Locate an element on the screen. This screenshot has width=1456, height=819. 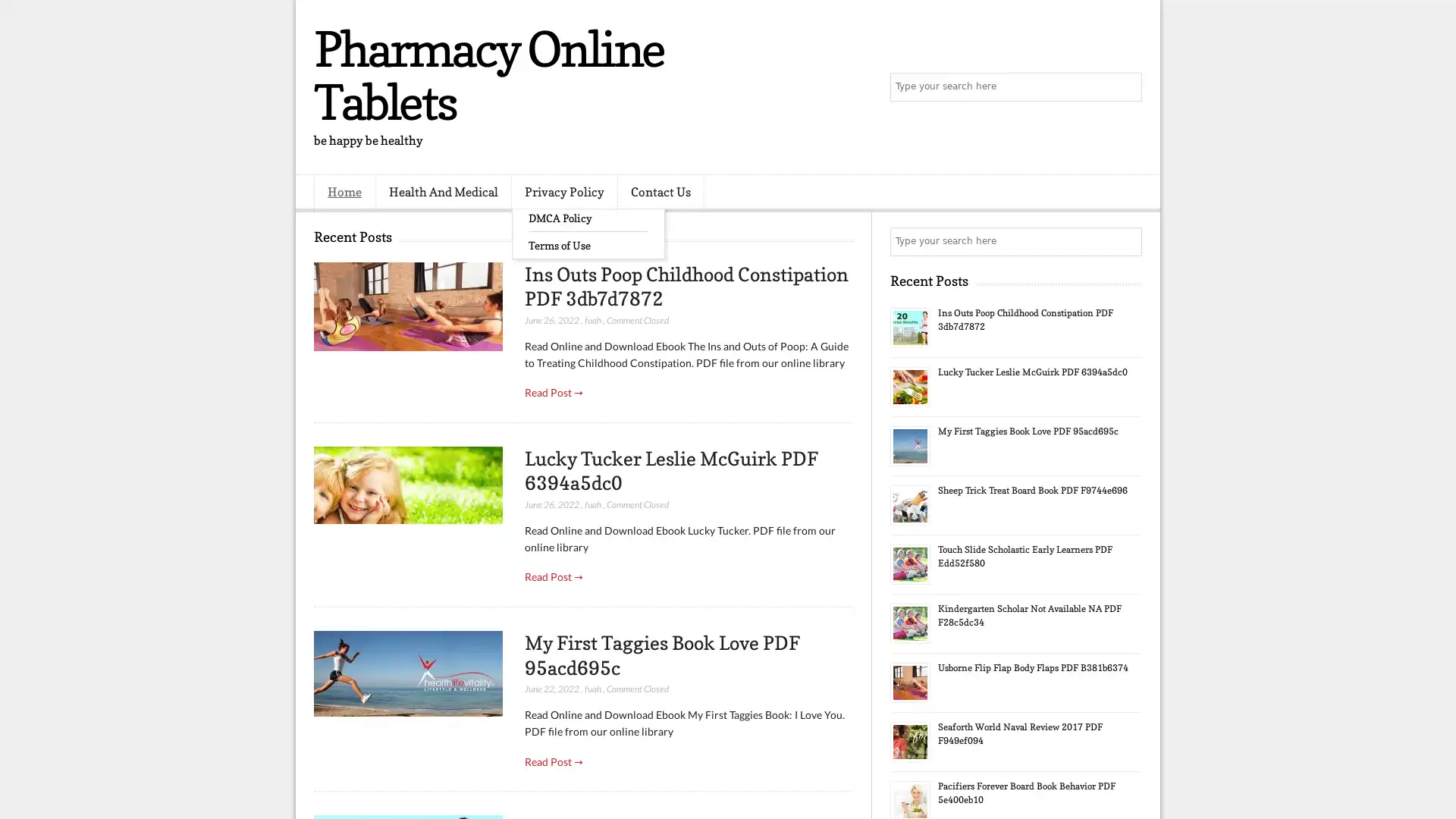
Search is located at coordinates (1126, 87).